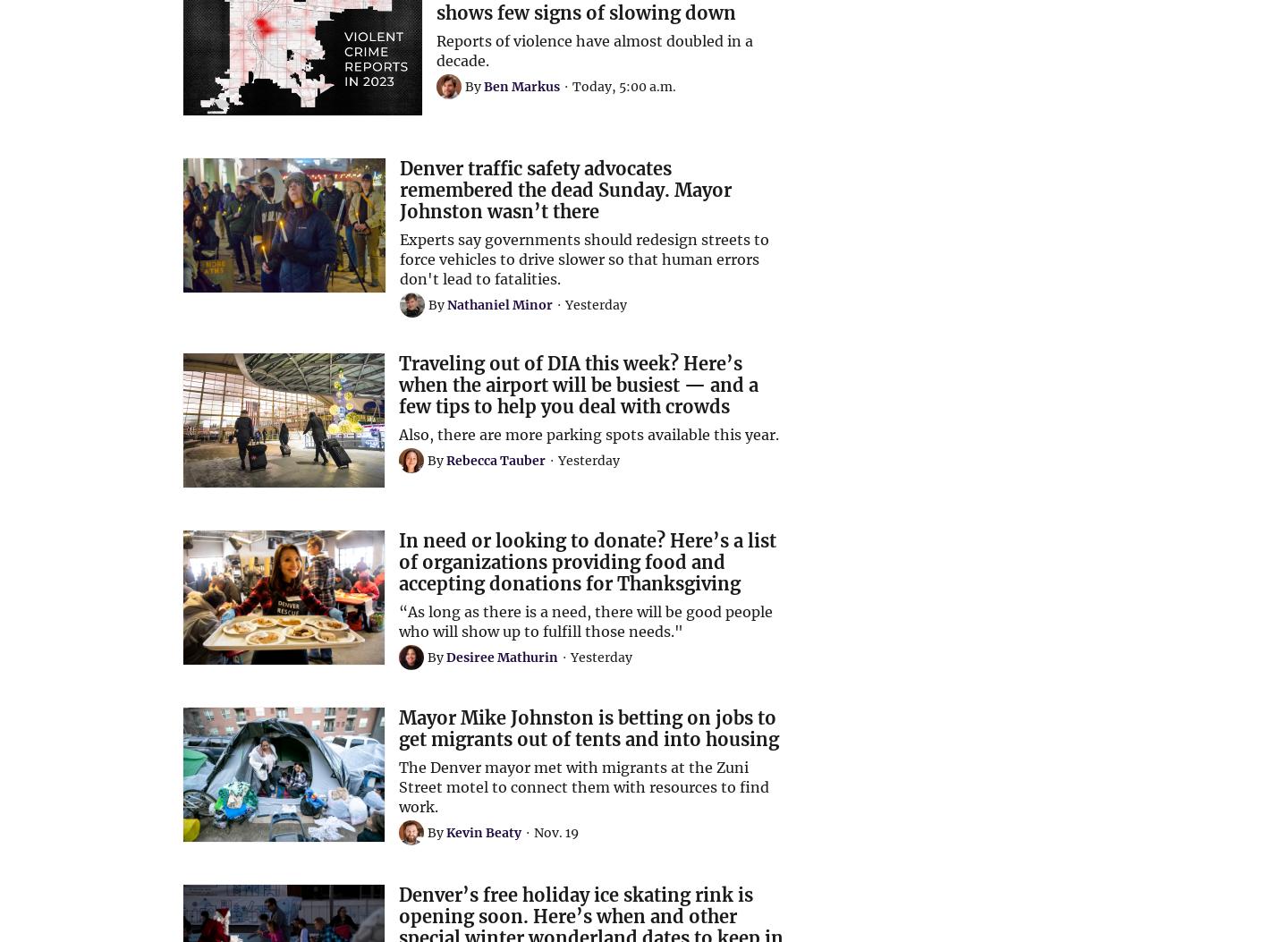 The width and height of the screenshot is (1288, 942). I want to click on 'Also, there are more parking spots available this year.', so click(588, 434).